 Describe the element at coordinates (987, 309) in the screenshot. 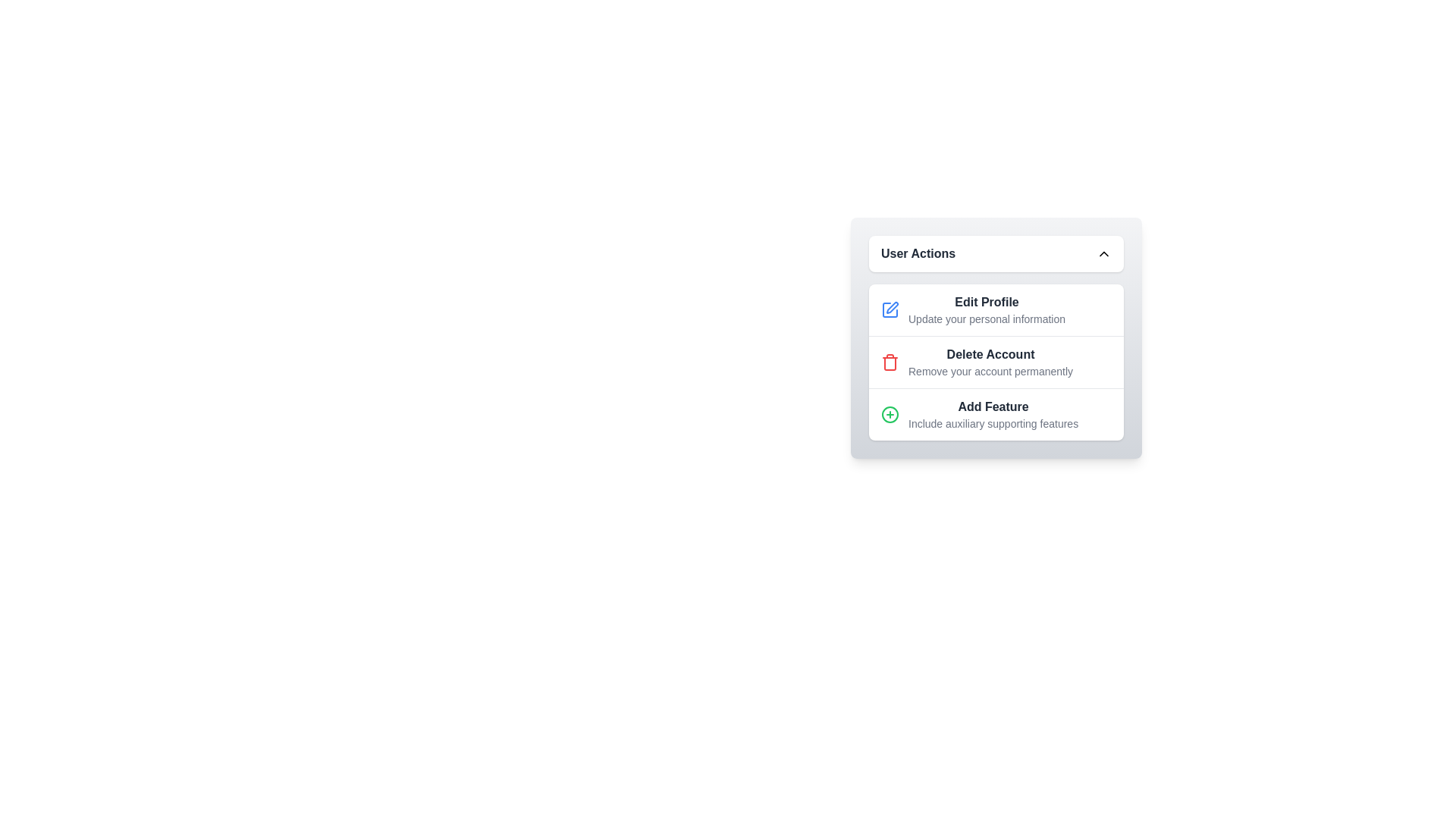

I see `the text element for editing user profile, which is the first item in the 'User Actions' list` at that location.